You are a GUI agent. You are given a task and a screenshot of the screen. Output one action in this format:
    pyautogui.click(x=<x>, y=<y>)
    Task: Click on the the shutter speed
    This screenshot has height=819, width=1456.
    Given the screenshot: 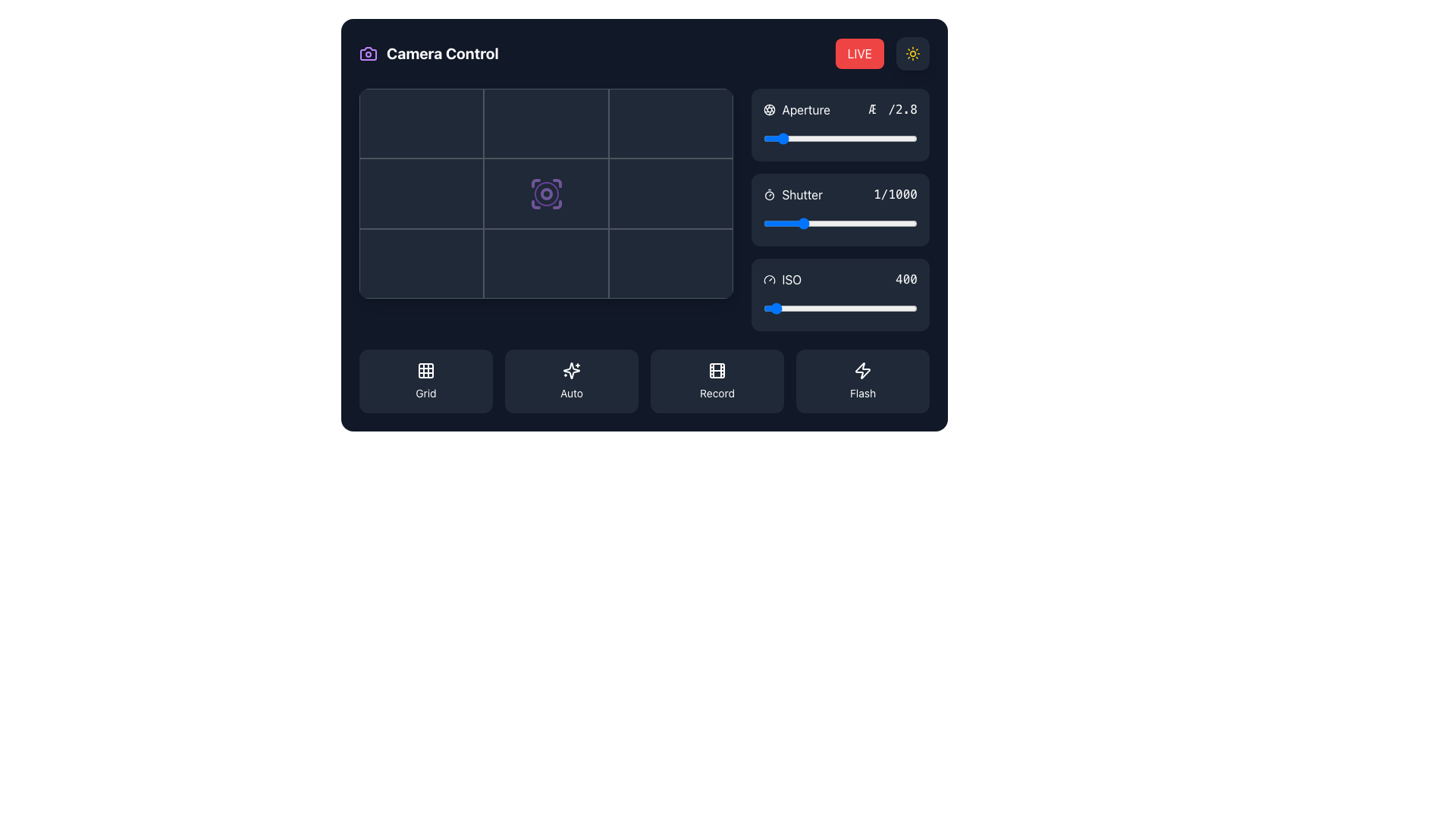 What is the action you would take?
    pyautogui.click(x=890, y=223)
    